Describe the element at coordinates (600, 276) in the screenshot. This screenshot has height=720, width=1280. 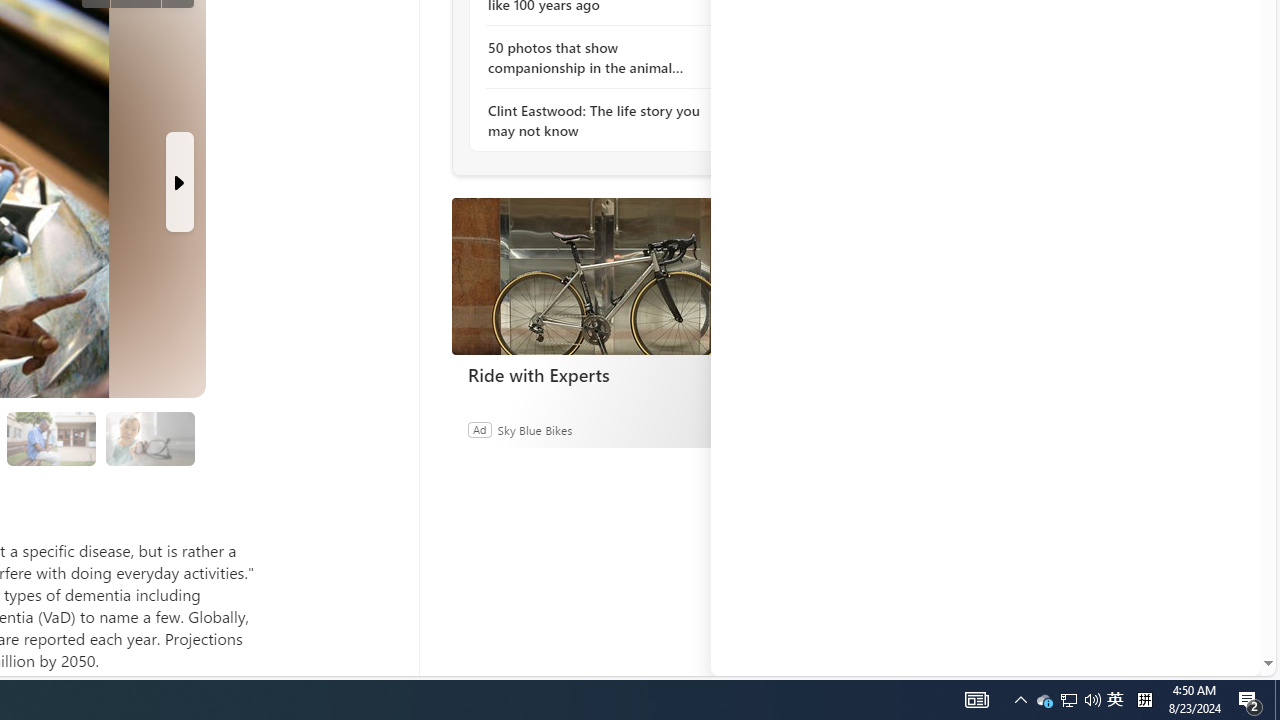
I see `'Ride with Experts'` at that location.